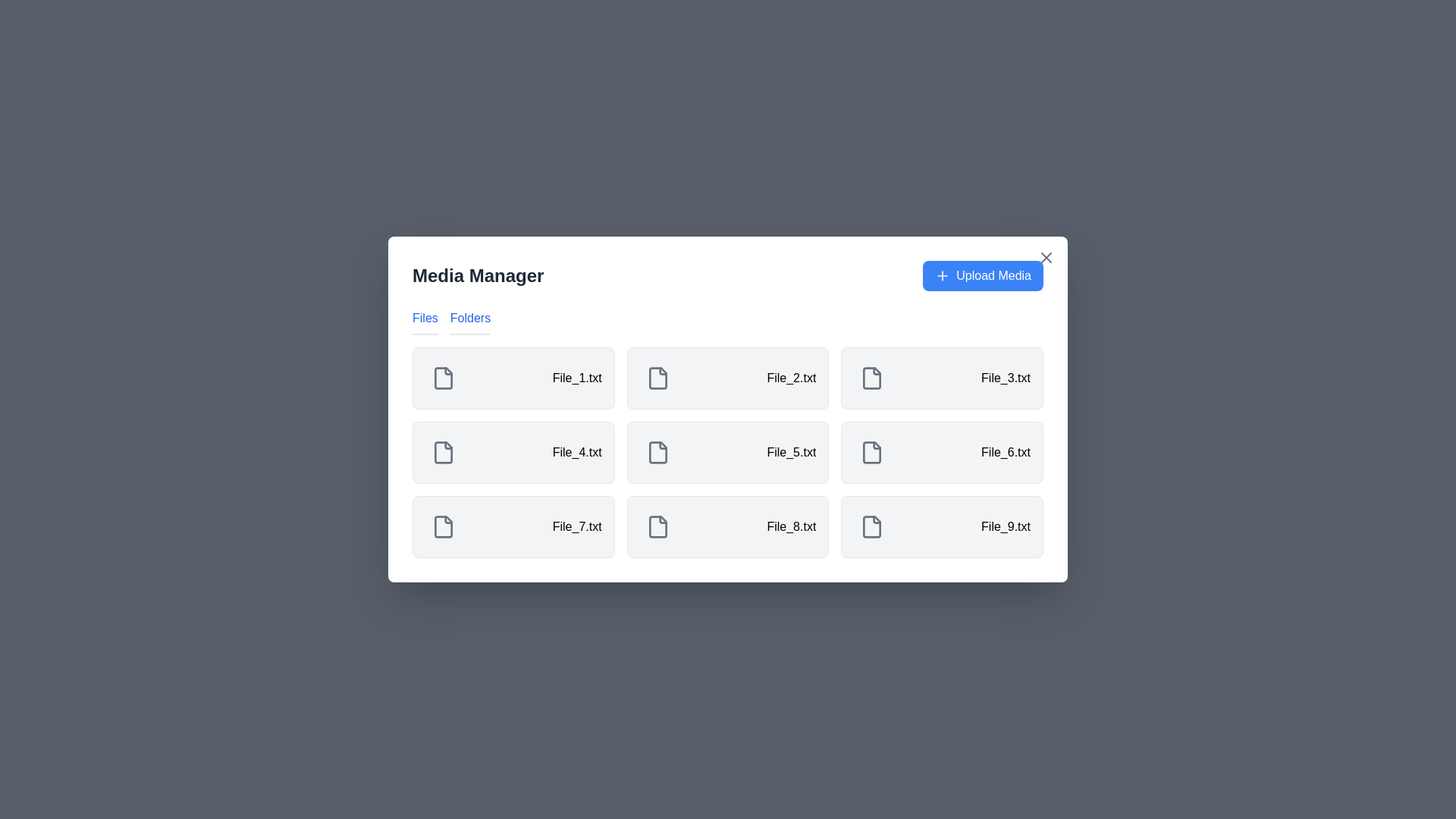 The height and width of the screenshot is (819, 1456). What do you see at coordinates (983, 275) in the screenshot?
I see `the blue rectangular button labeled 'Upload Media' with a plus (+) icon` at bounding box center [983, 275].